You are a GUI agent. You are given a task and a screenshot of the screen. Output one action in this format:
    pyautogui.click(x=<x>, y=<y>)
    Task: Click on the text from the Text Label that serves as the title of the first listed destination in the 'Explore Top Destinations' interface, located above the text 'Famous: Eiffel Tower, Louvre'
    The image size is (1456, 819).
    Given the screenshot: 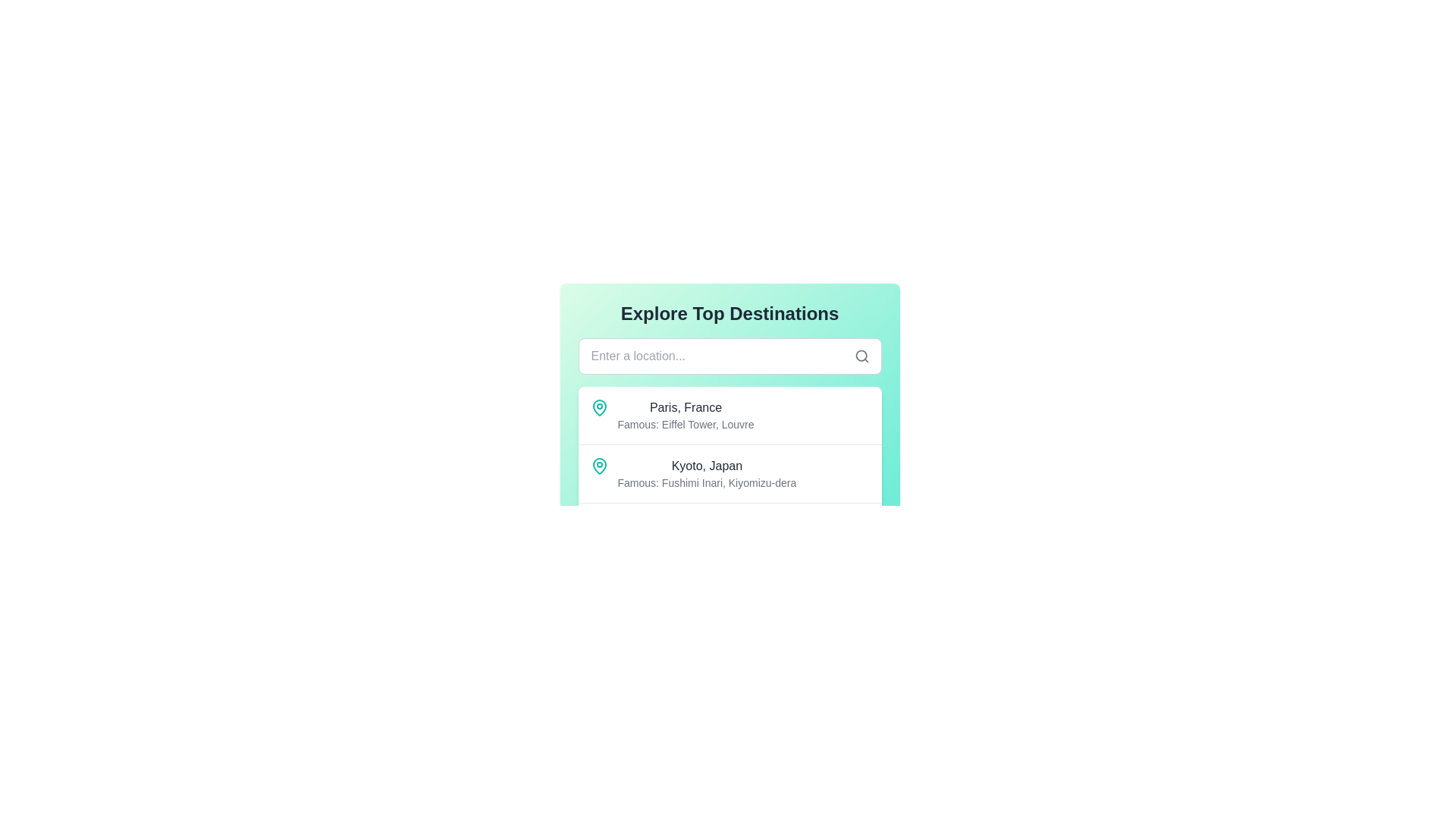 What is the action you would take?
    pyautogui.click(x=685, y=406)
    